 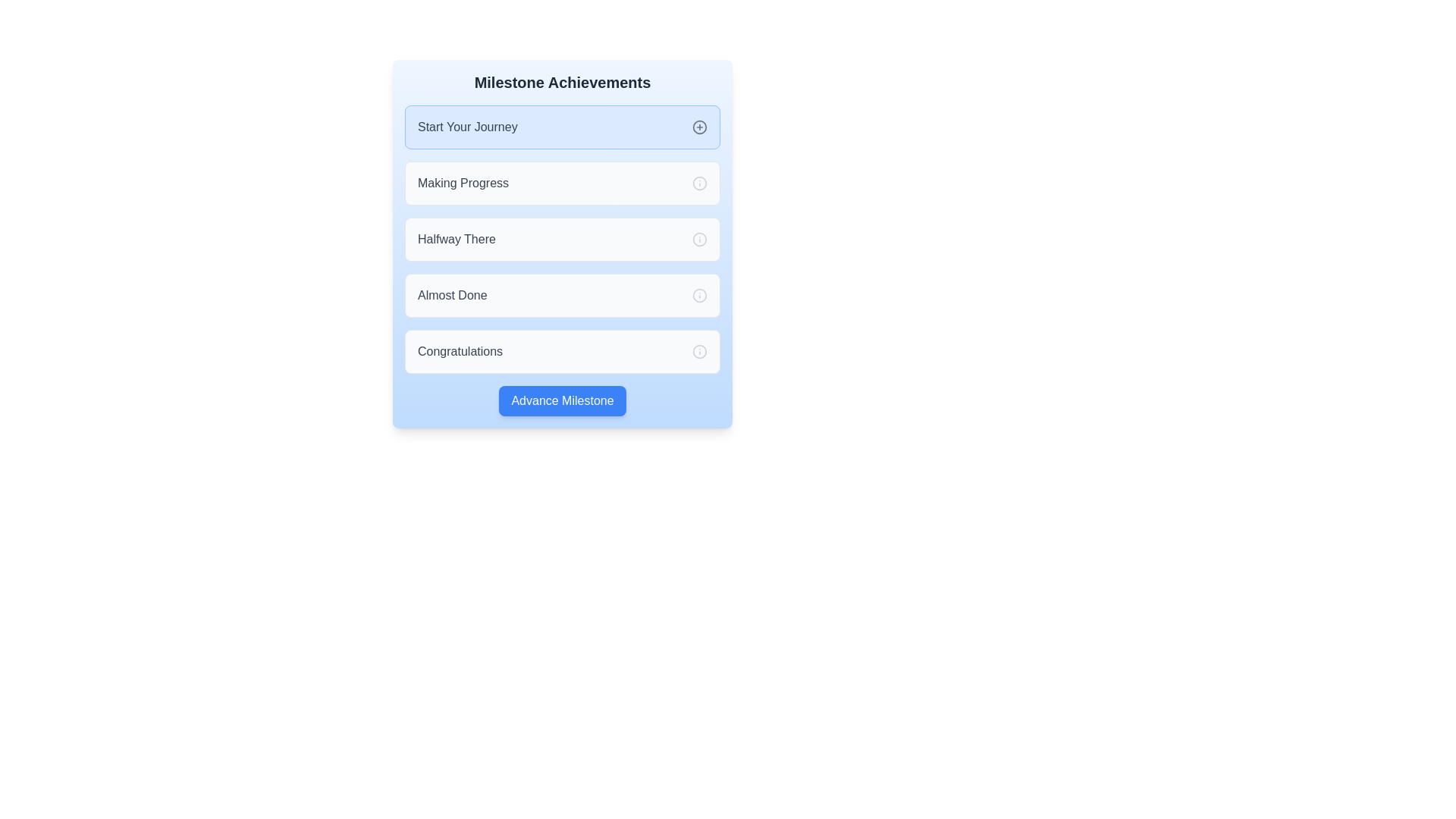 What do you see at coordinates (698, 295) in the screenshot?
I see `the light gray stroke circle icon, which is part of the info icon group positioned in the middle right of the 'Almost Done' section` at bounding box center [698, 295].